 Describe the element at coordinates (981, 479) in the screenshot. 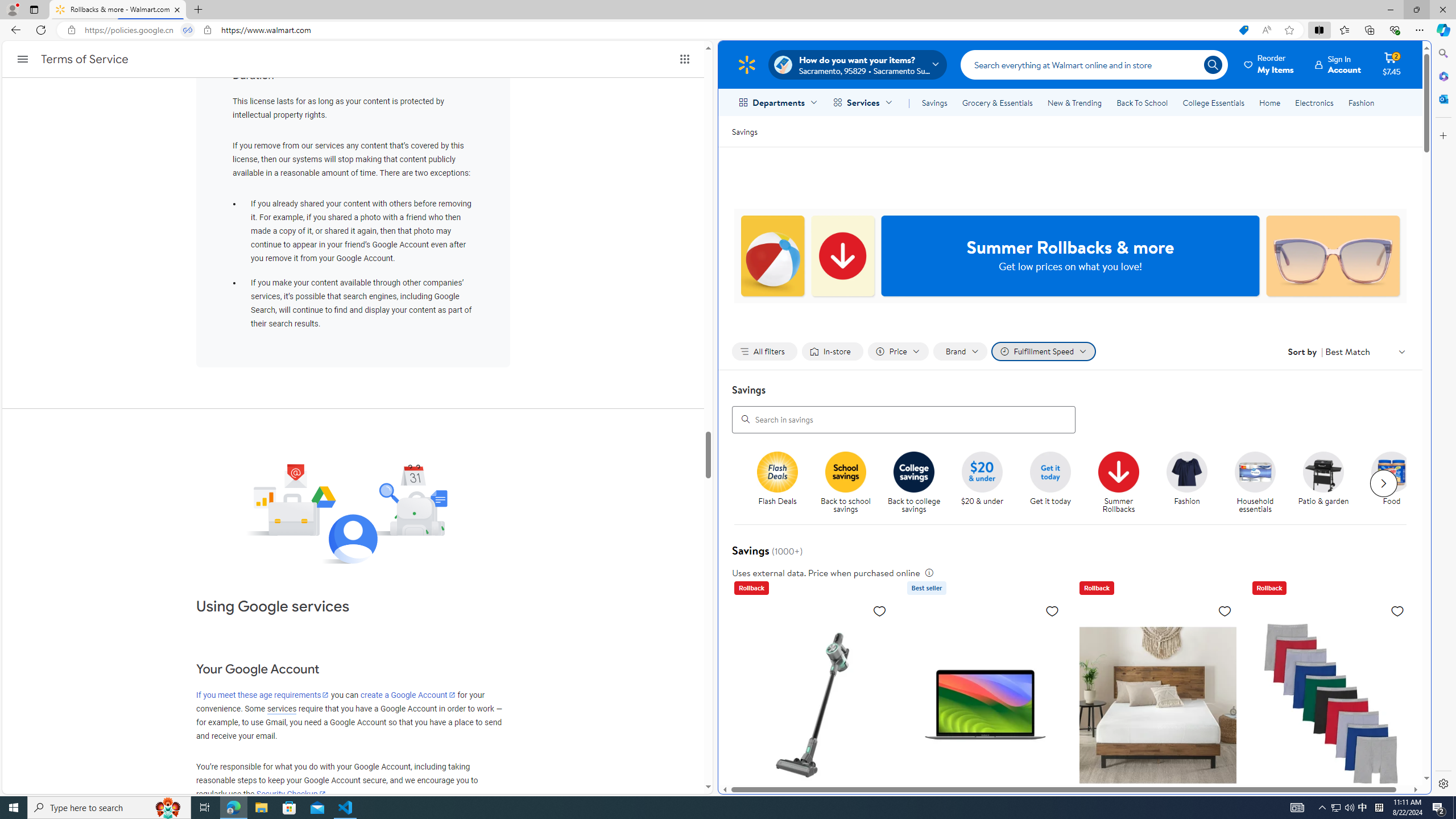

I see `'$20 and under $20 & under'` at that location.